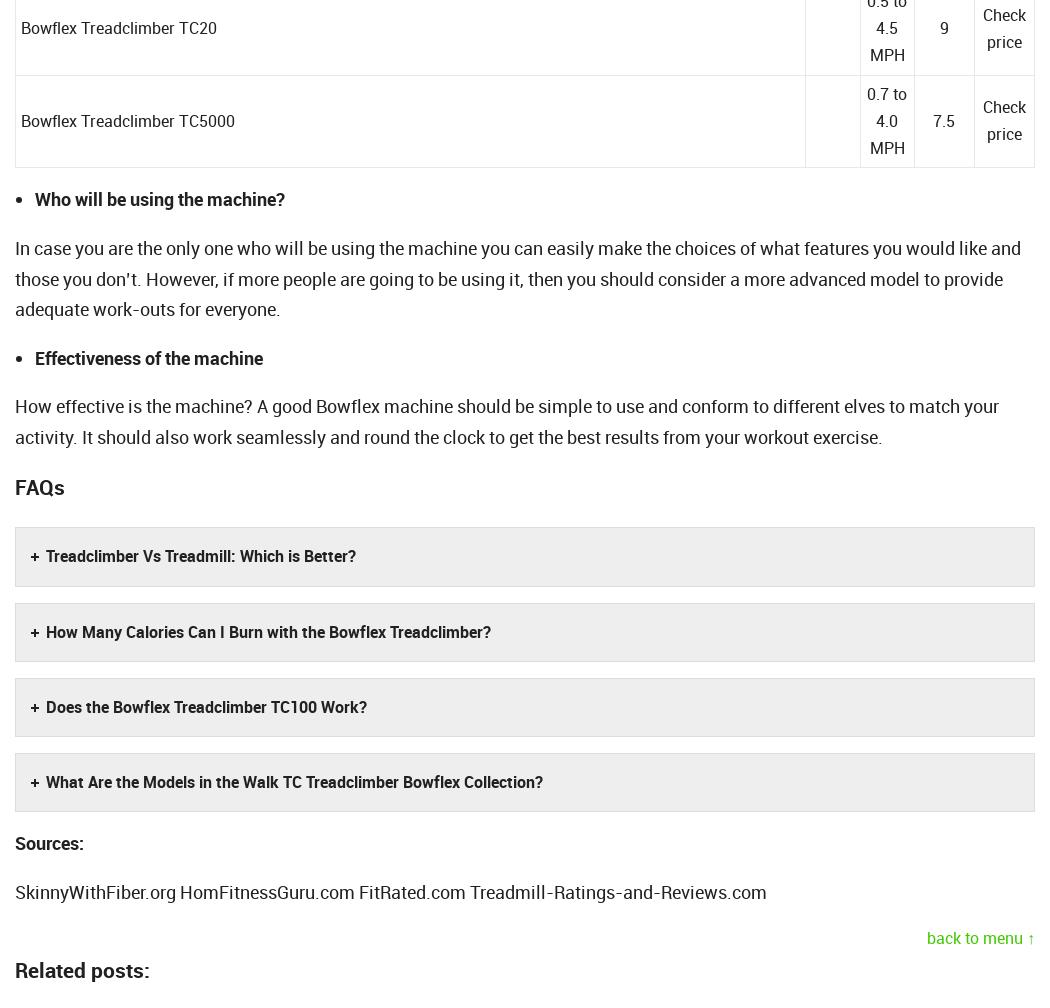 The width and height of the screenshot is (1050, 1008). What do you see at coordinates (942, 28) in the screenshot?
I see `'9'` at bounding box center [942, 28].